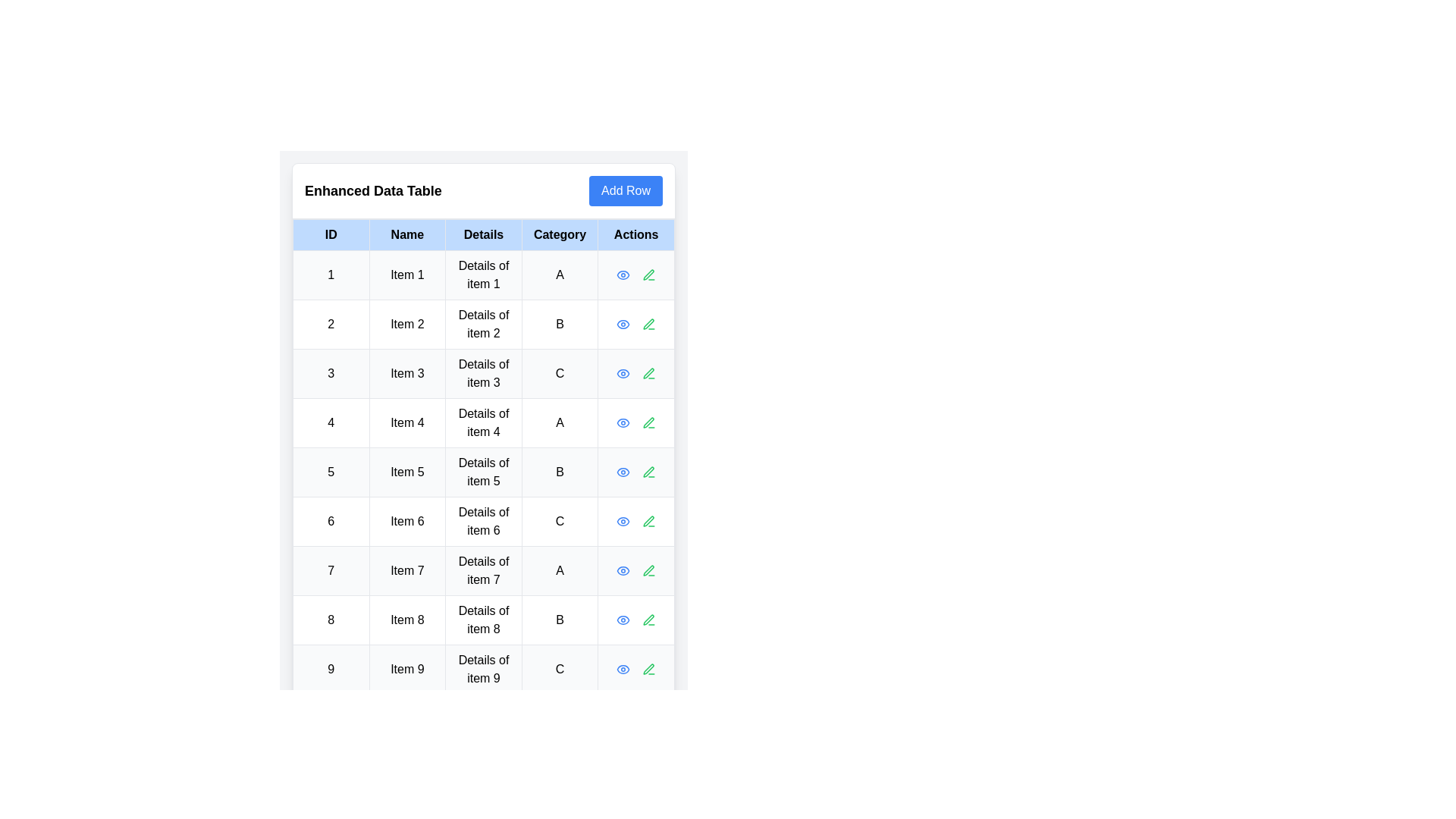 The height and width of the screenshot is (819, 1456). What do you see at coordinates (649, 669) in the screenshot?
I see `the Interactive icon button located in the bottom right corner of the table, specifically the pen icon in the 'Actions' column for 'Item 9'` at bounding box center [649, 669].